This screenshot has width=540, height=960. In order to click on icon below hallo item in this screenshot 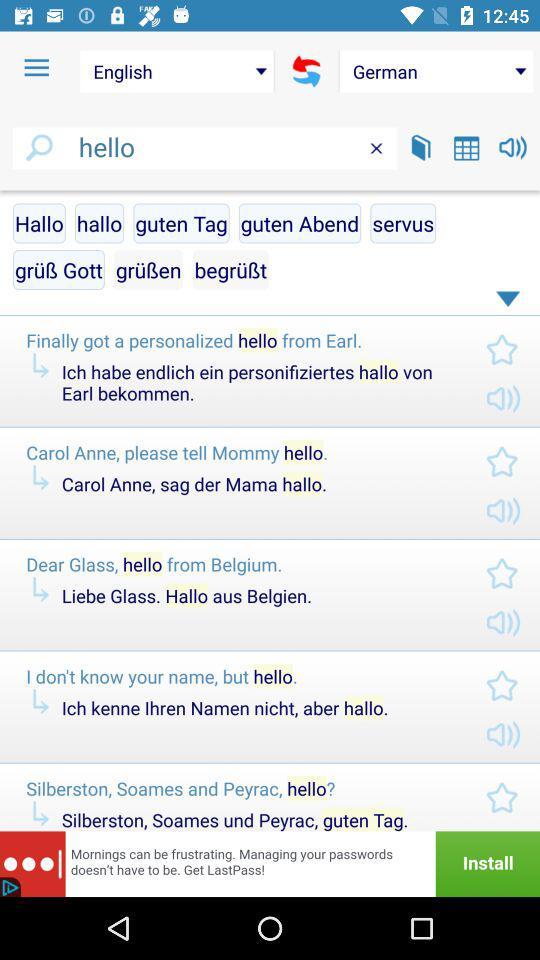, I will do `click(58, 268)`.